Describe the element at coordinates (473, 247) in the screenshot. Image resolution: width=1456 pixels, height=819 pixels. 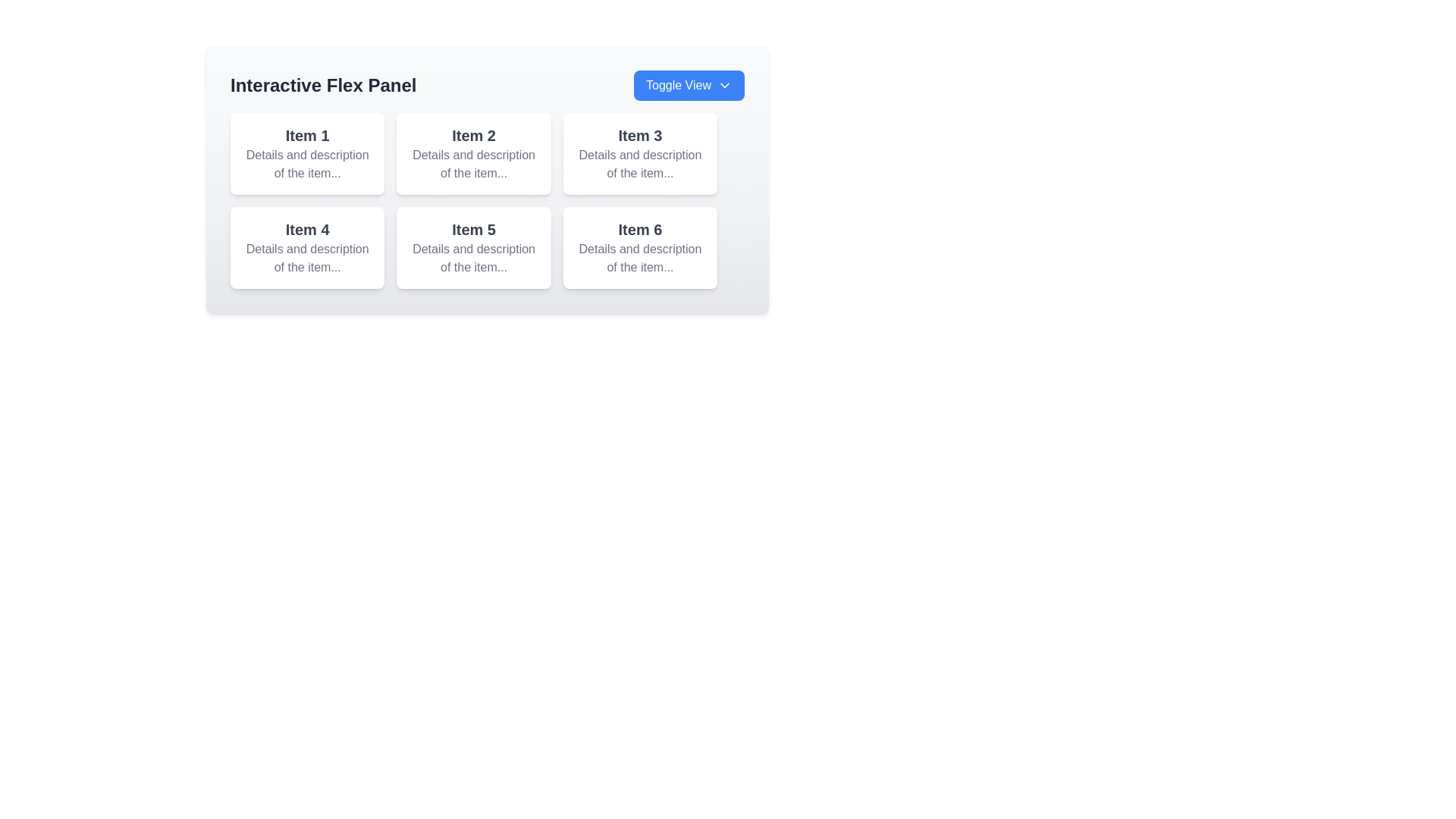
I see `the card component displaying 'Item 5' with a brief description 'Details and description of the item...' located in the second row, second column of a grid layout` at that location.